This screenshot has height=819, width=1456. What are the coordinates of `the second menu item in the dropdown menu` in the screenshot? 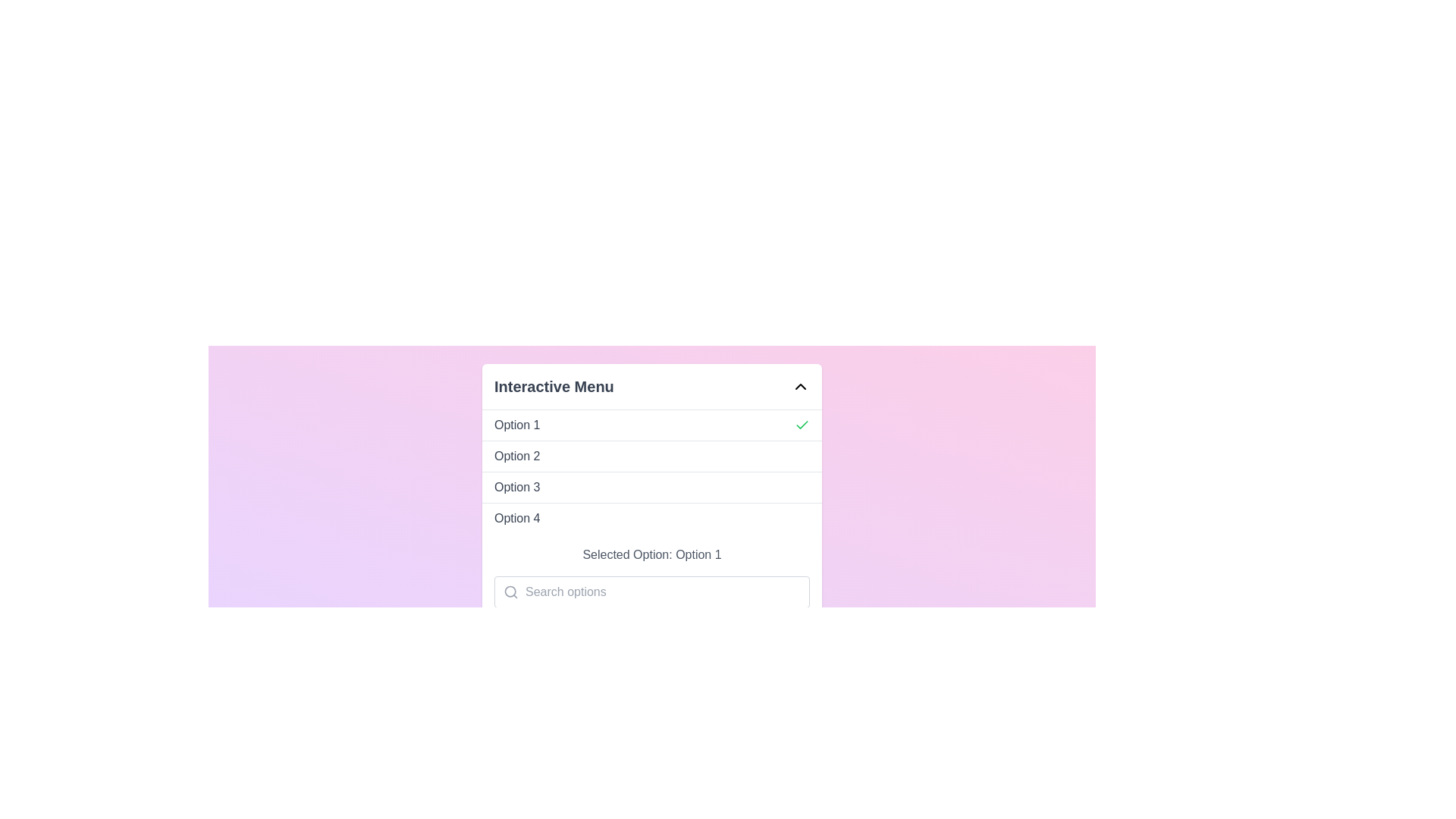 It's located at (651, 455).